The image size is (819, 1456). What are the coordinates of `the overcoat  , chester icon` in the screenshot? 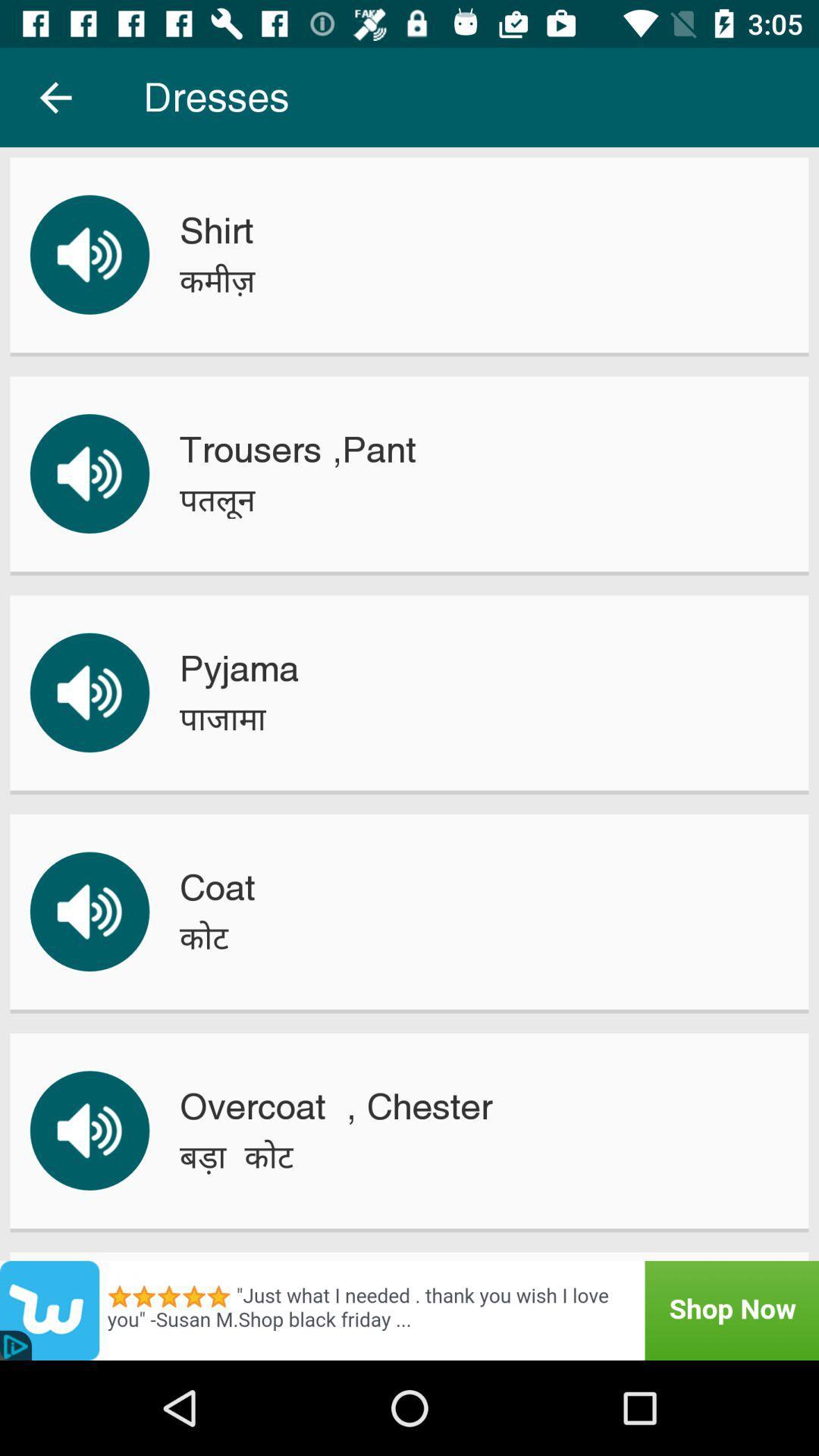 It's located at (335, 1106).